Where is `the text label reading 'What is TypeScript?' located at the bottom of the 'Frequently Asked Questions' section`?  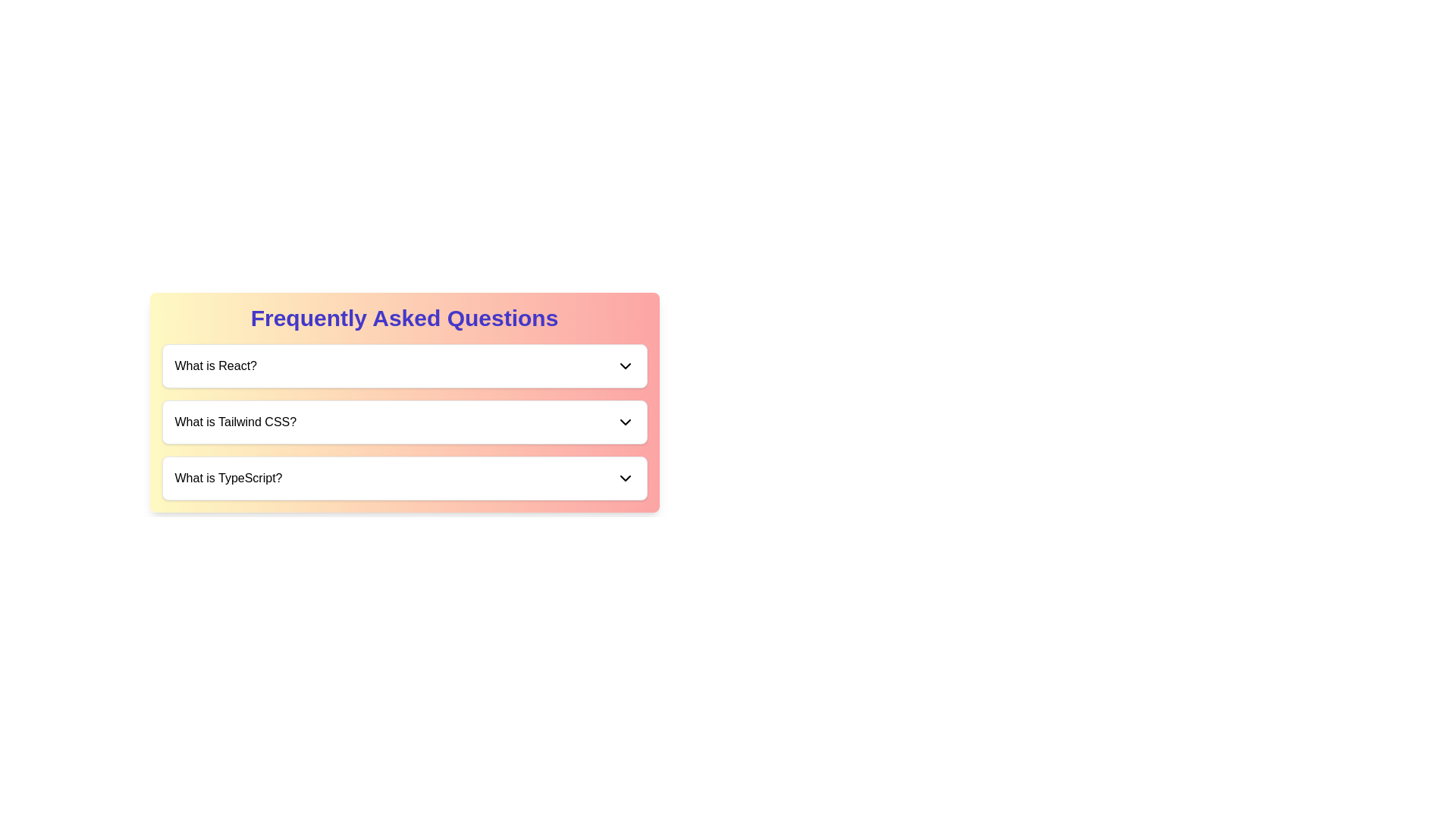
the text label reading 'What is TypeScript?' located at the bottom of the 'Frequently Asked Questions' section is located at coordinates (227, 479).